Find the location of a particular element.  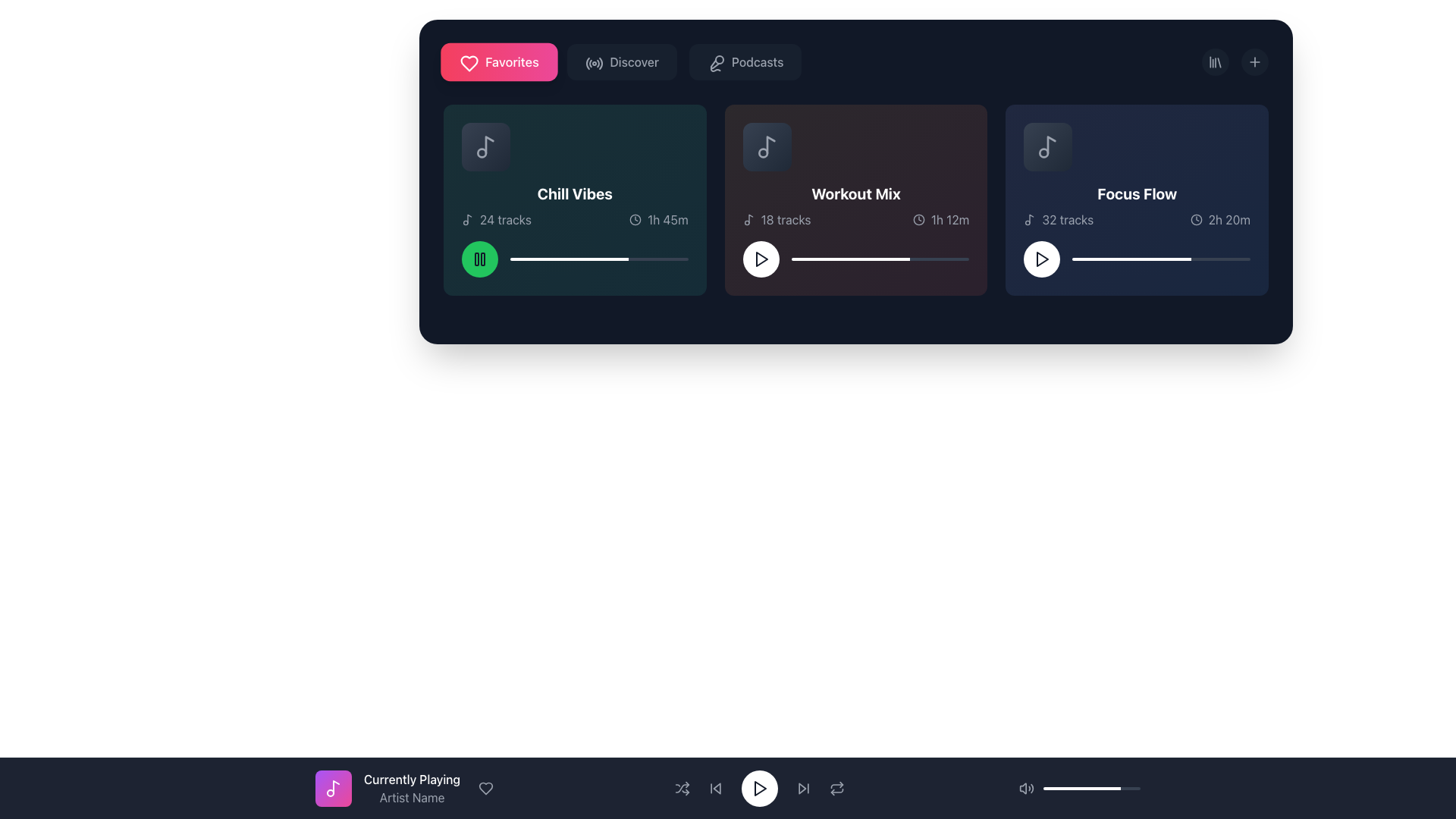

the static text label that displays the number of tracks in the music collection, located at the bottom of the third card in a horizontal list of music collections is located at coordinates (1067, 219).